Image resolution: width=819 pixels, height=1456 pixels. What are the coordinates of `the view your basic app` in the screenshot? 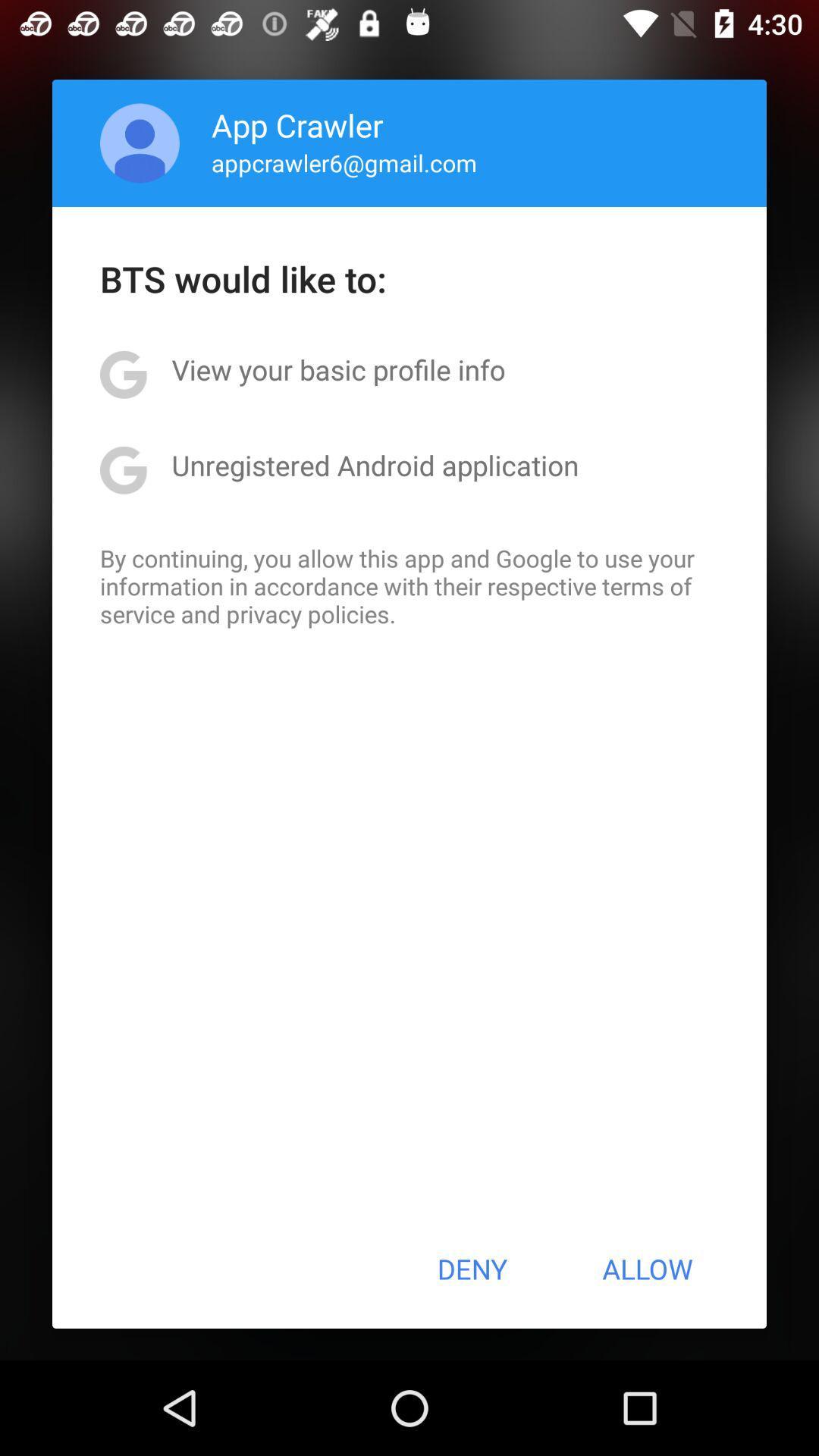 It's located at (337, 369).